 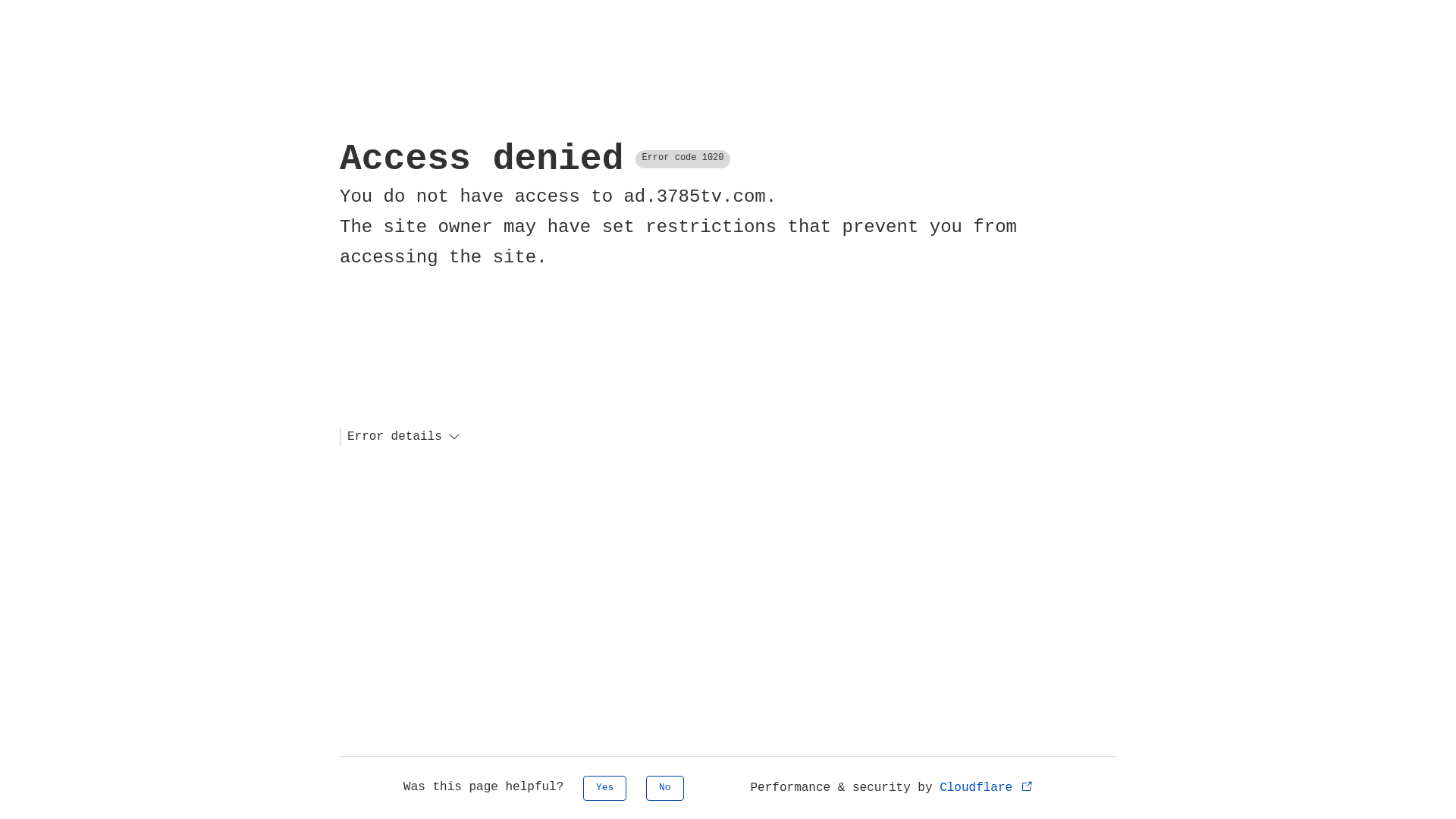 I want to click on 'Yes', so click(x=582, y=787).